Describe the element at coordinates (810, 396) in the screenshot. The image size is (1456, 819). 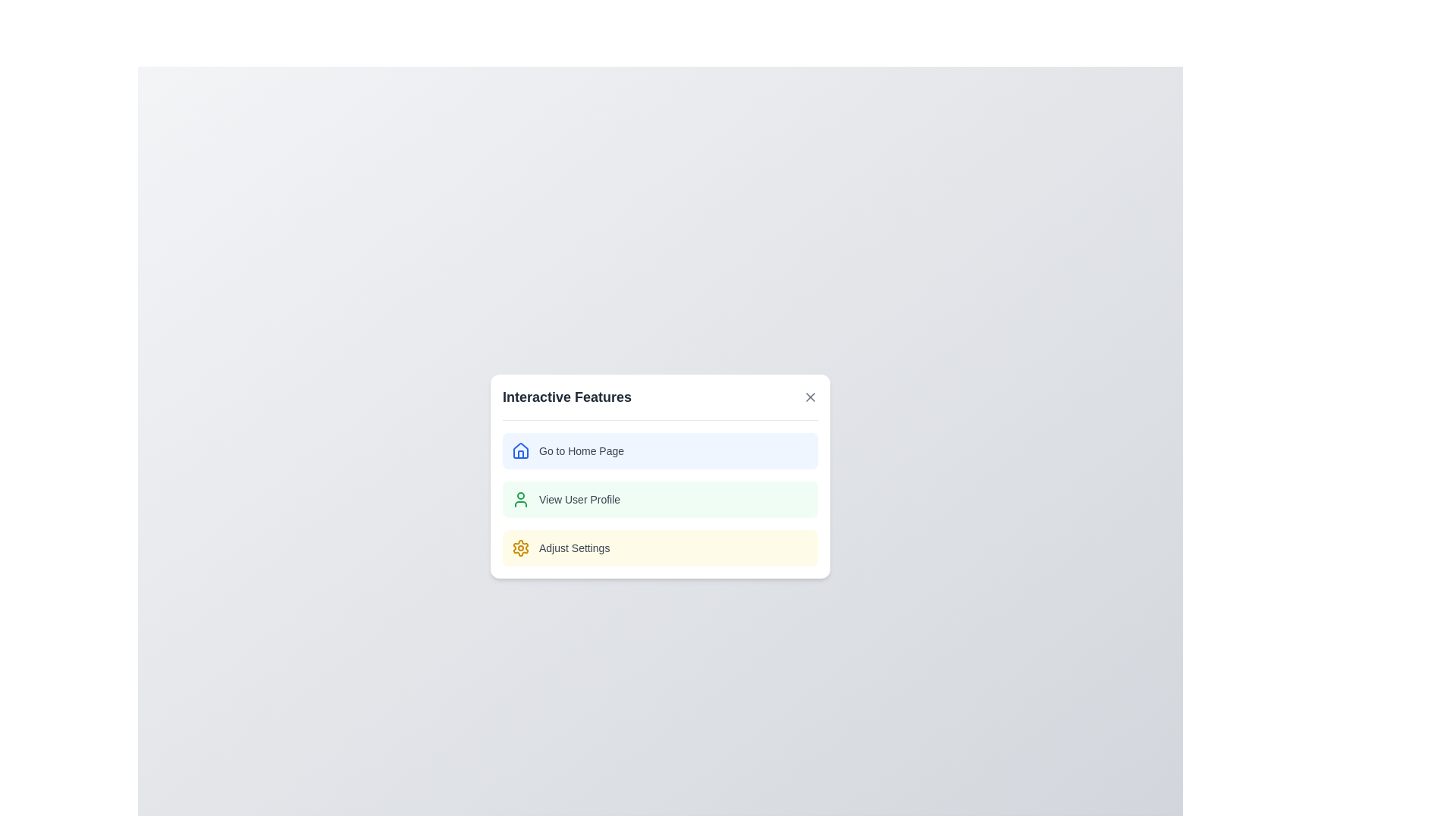
I see `the close button located at the top-right corner of the 'Interactive Features' box` at that location.